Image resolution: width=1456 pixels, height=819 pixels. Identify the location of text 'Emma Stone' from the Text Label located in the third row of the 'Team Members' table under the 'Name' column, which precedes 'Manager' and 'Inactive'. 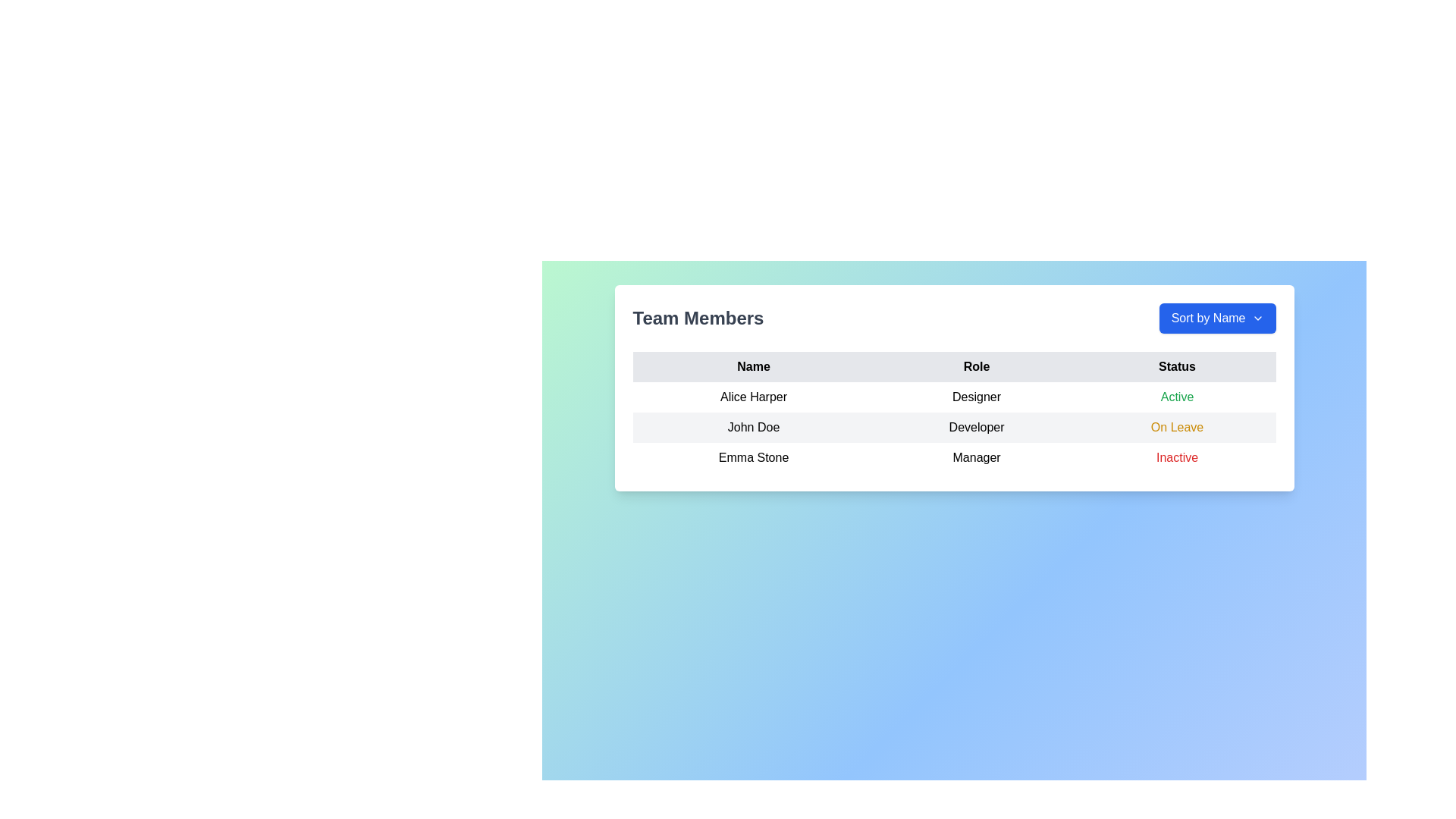
(753, 457).